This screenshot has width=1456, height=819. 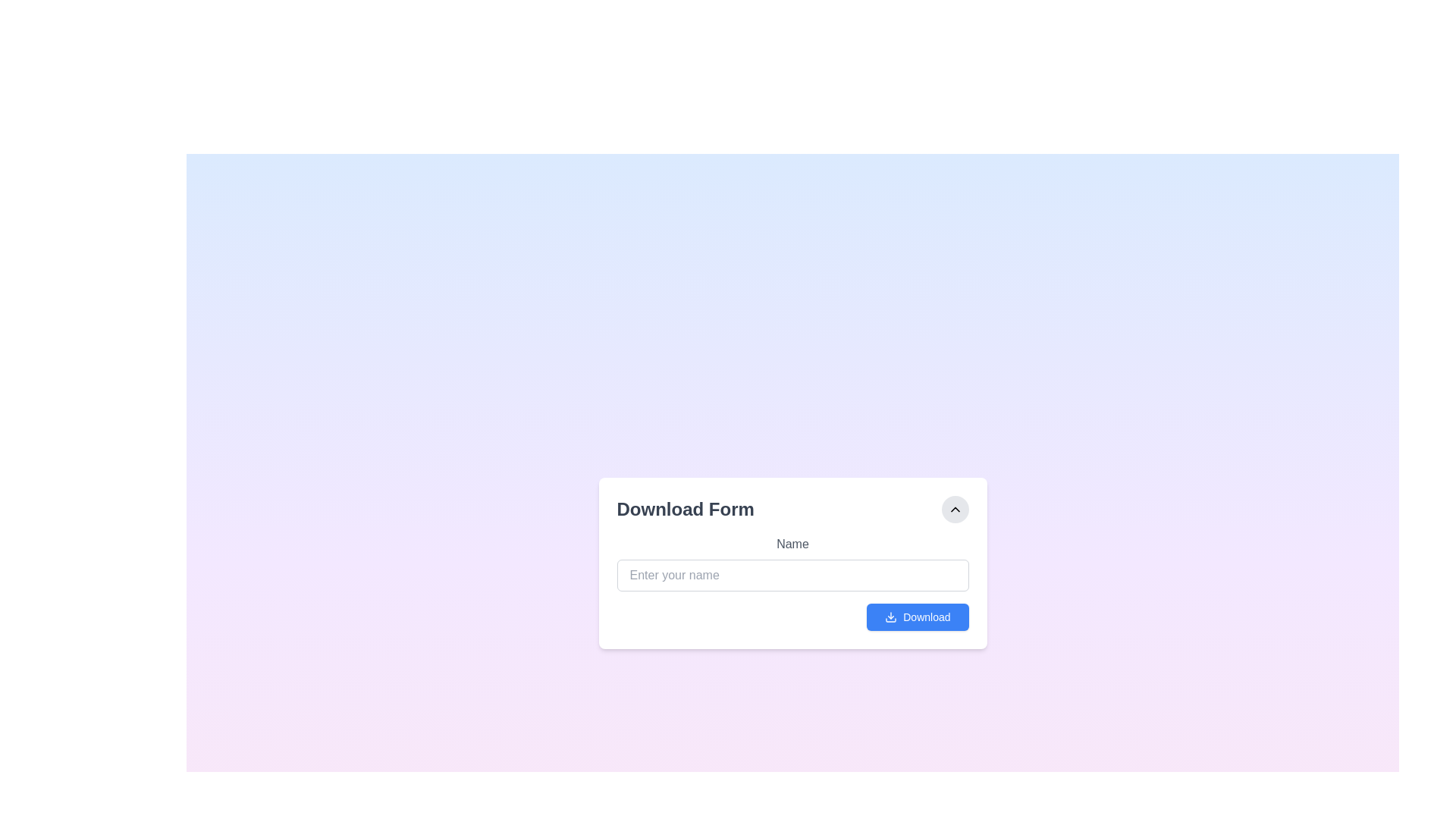 I want to click on the download button located at the bottom right corner of the 'Download Form' card section to initiate the download, so click(x=917, y=617).